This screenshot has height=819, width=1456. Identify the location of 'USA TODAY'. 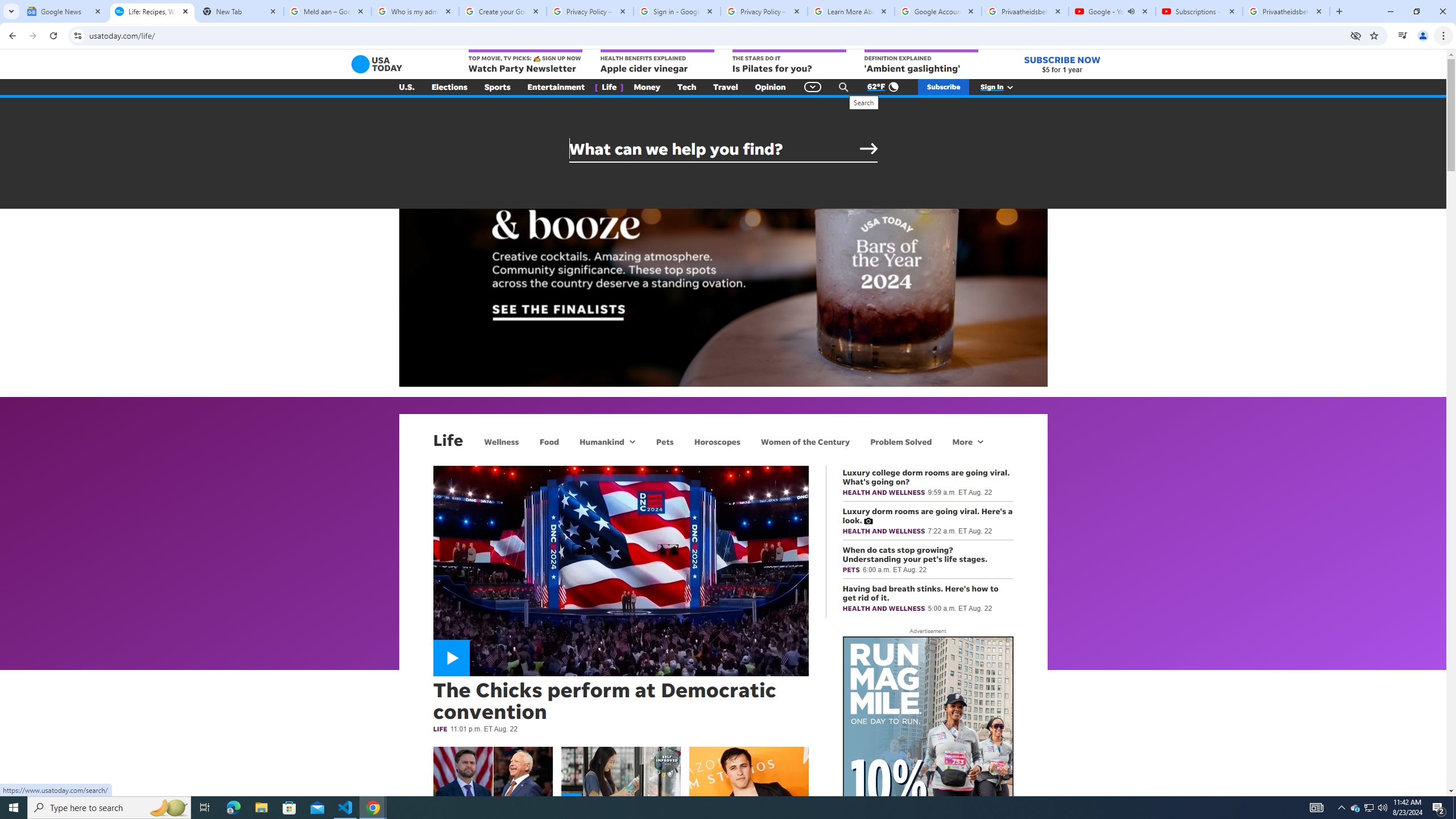
(377, 64).